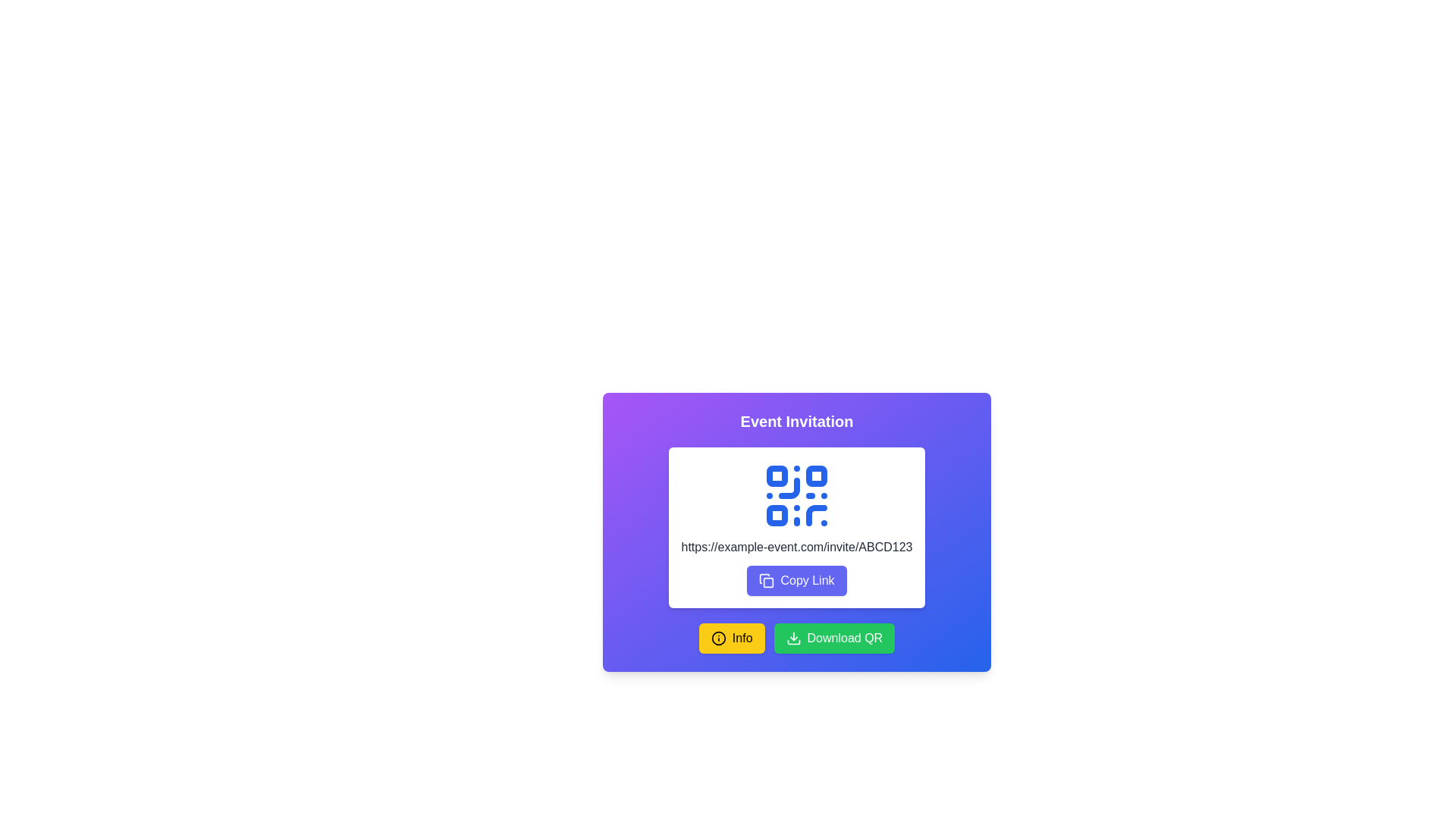 The height and width of the screenshot is (819, 1456). I want to click on the QR code in the shareable event invitation modal dialog box to trigger visual effects or display additional information, so click(796, 578).